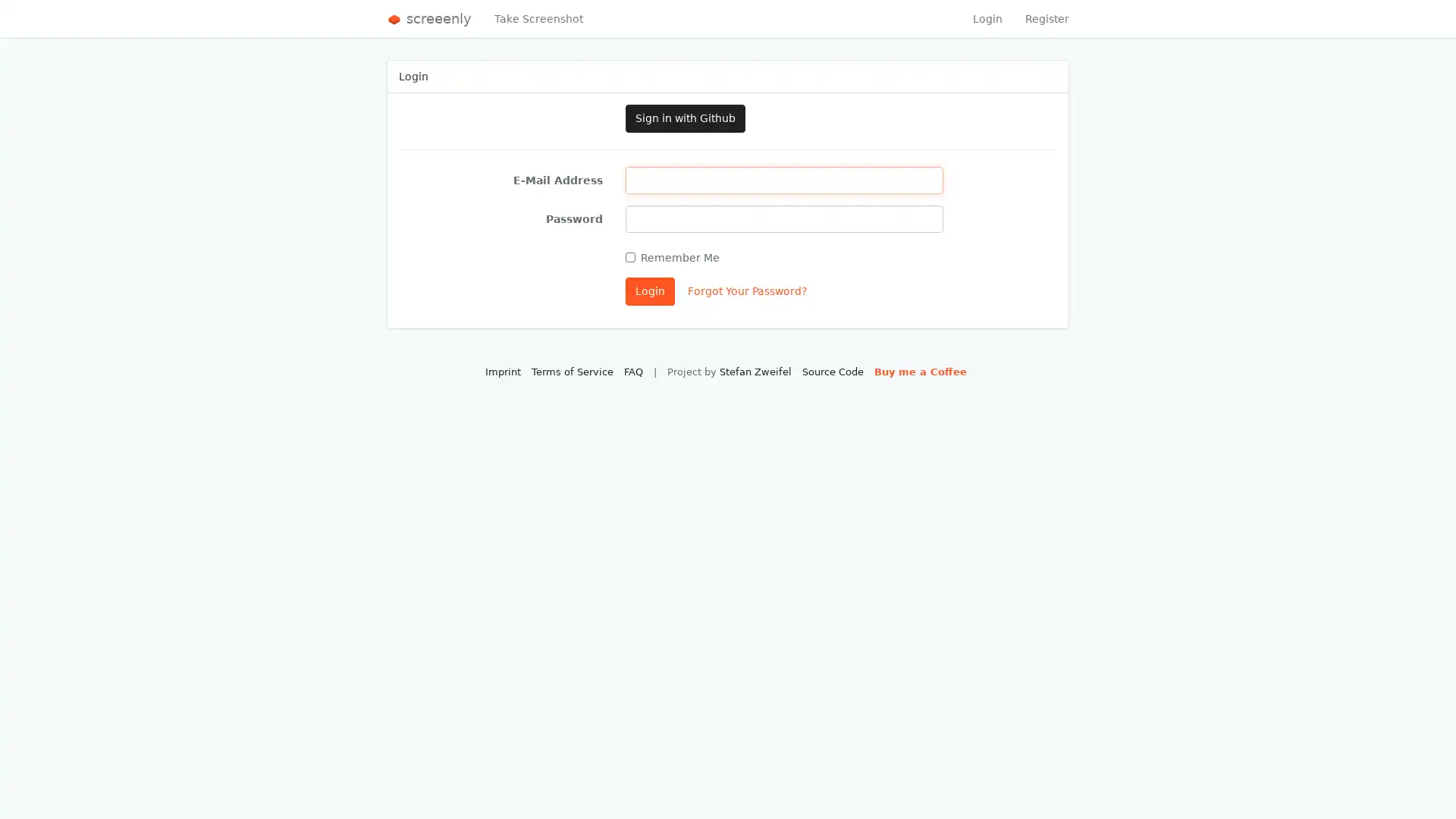 The width and height of the screenshot is (1456, 819). I want to click on Login, so click(650, 291).